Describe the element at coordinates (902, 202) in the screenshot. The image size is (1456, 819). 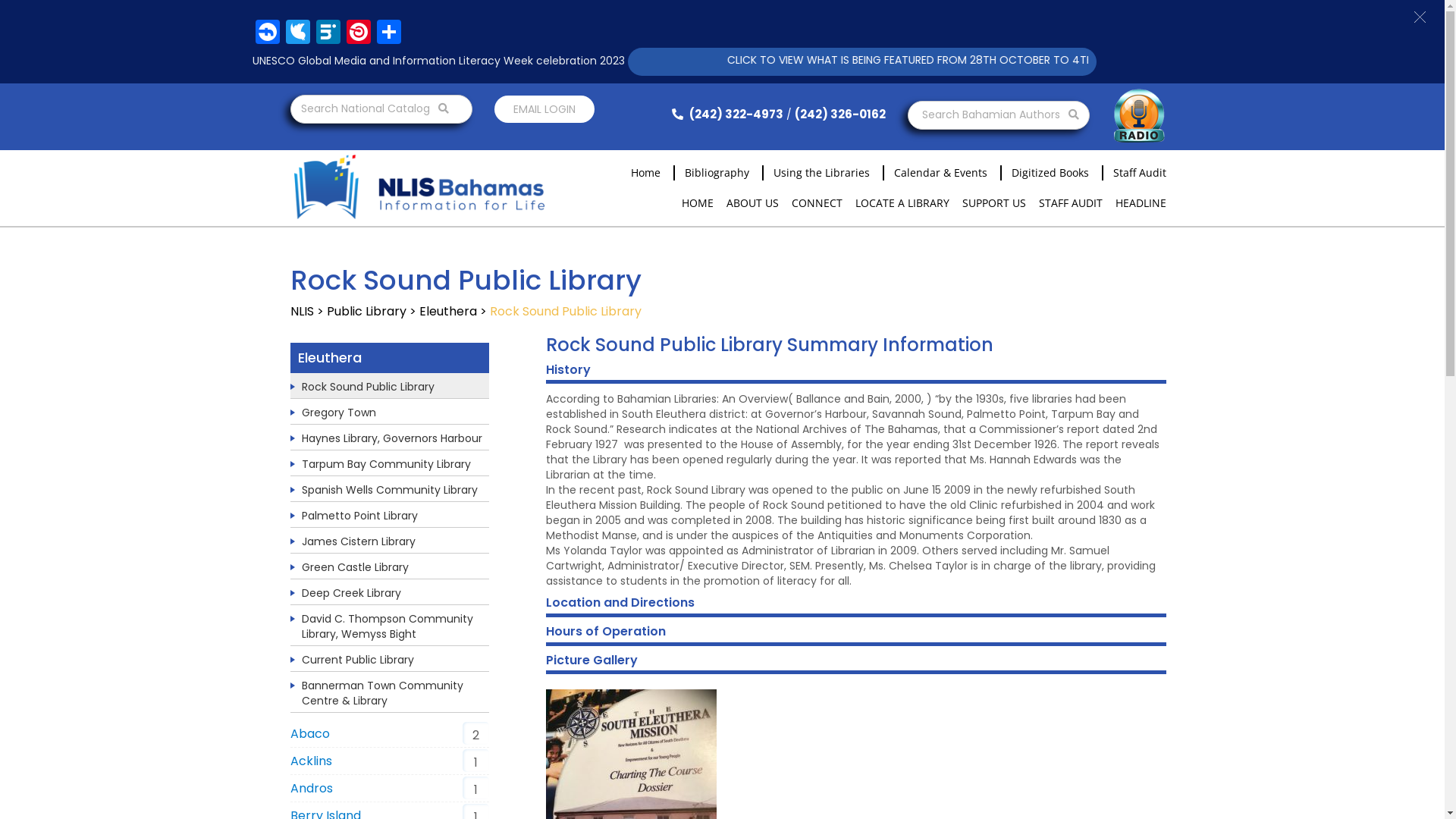
I see `'LOCATE A LIBRARY'` at that location.